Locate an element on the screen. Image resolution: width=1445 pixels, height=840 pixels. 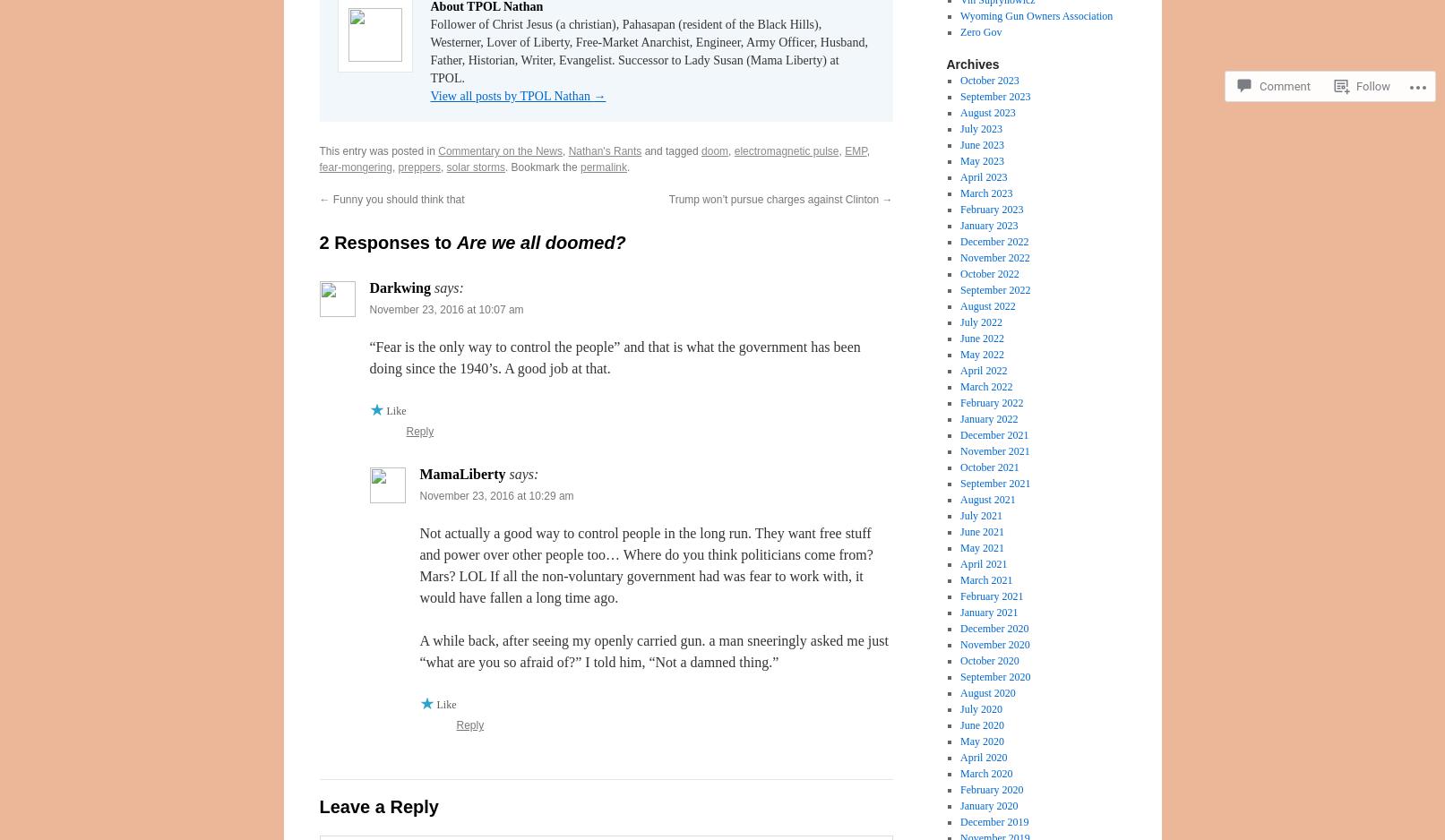
'October 2023' is located at coordinates (959, 80).